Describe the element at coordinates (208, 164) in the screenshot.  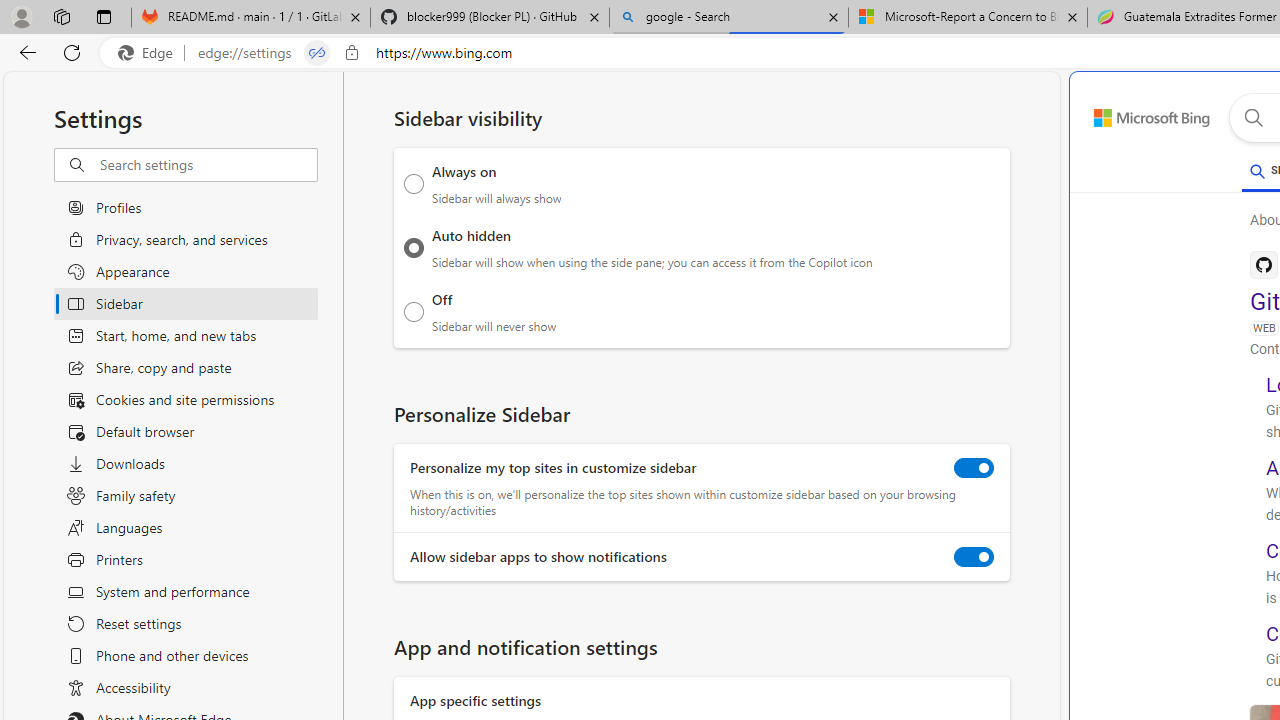
I see `'Search settings'` at that location.